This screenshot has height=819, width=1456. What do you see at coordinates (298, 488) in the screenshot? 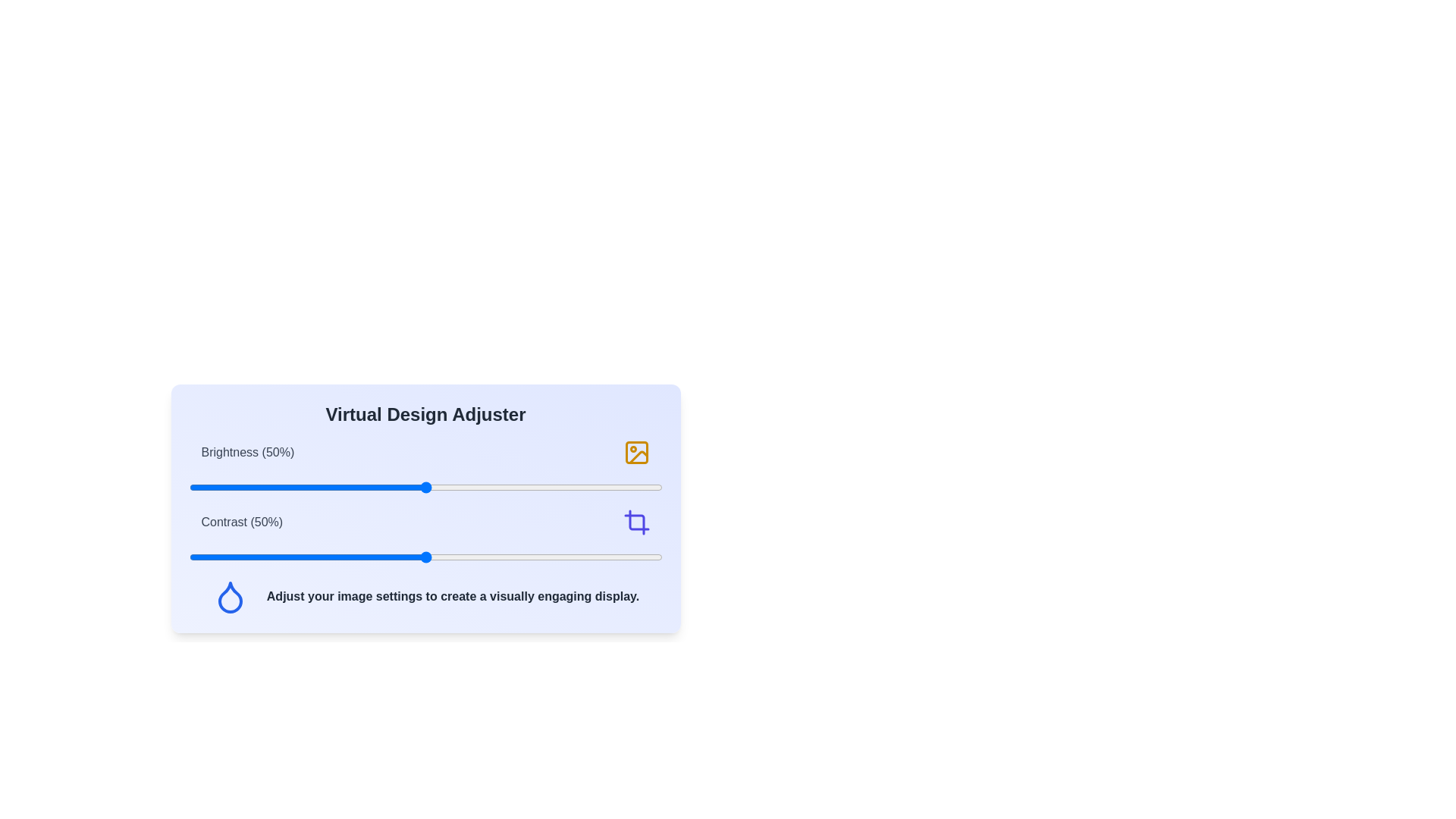
I see `the brightness slider to 23%` at bounding box center [298, 488].